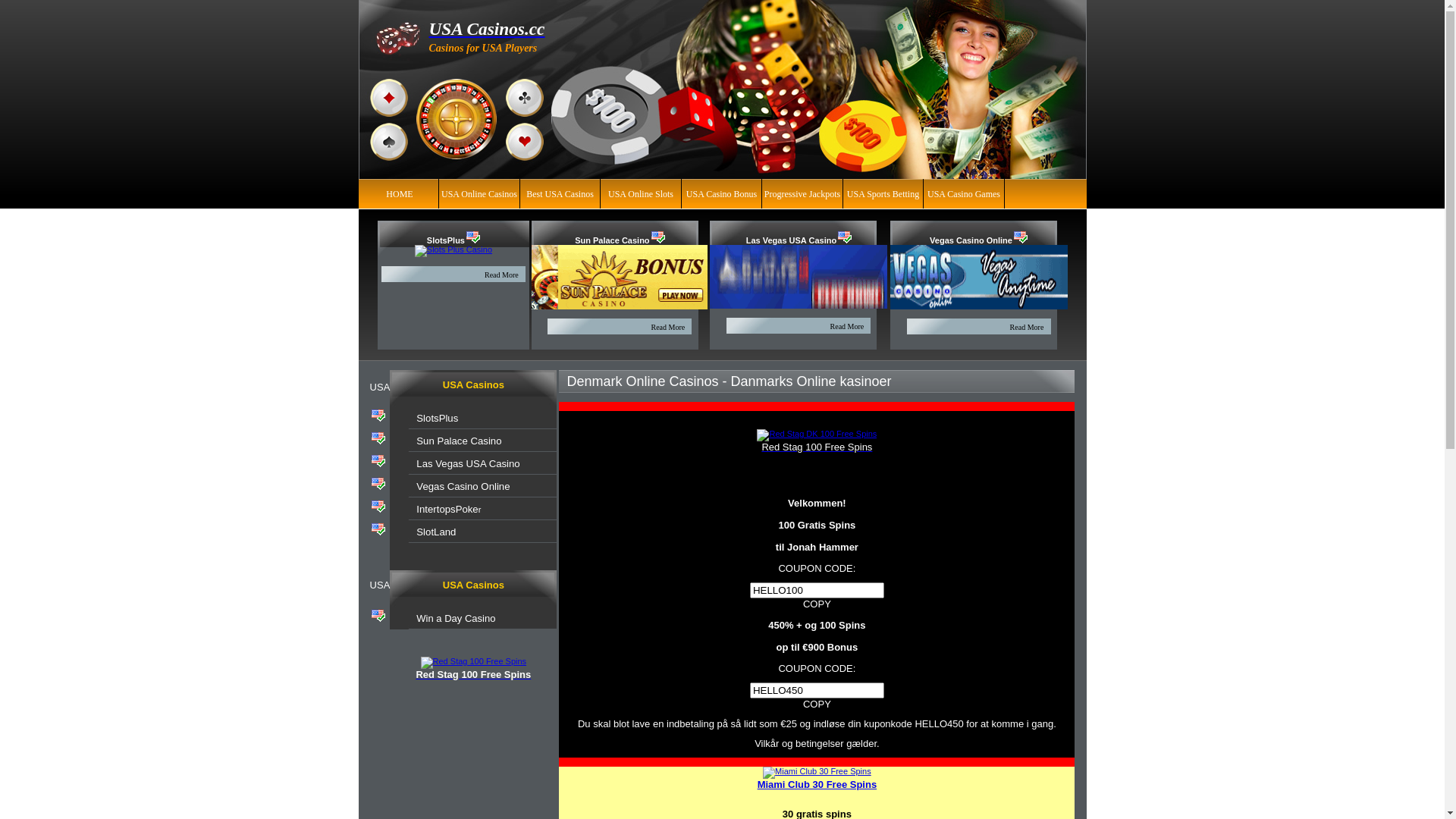  Describe the element at coordinates (462, 486) in the screenshot. I see `'Vegas Casino Online'` at that location.